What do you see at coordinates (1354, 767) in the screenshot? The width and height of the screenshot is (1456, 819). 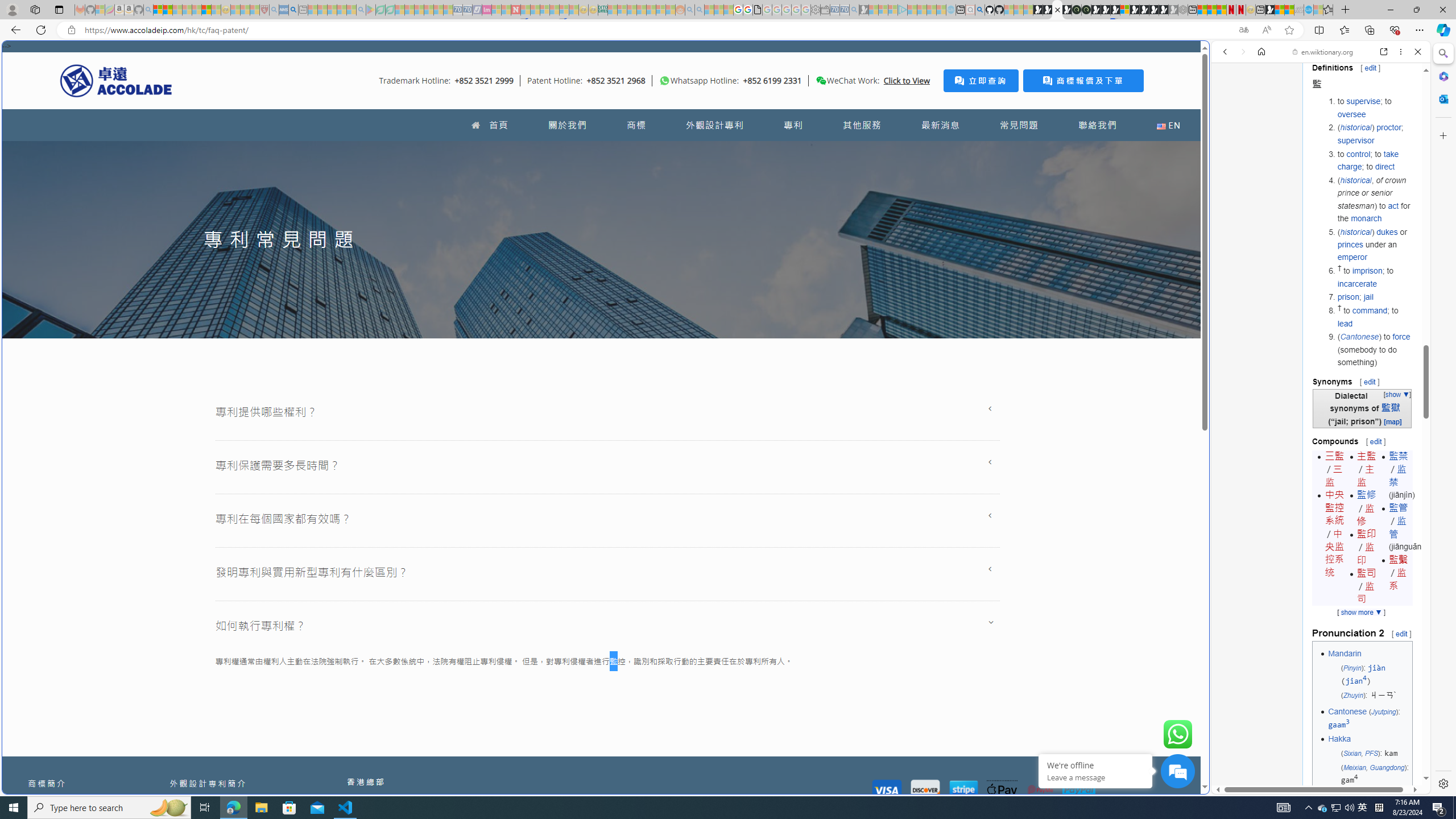 I see `'Meixian'` at bounding box center [1354, 767].